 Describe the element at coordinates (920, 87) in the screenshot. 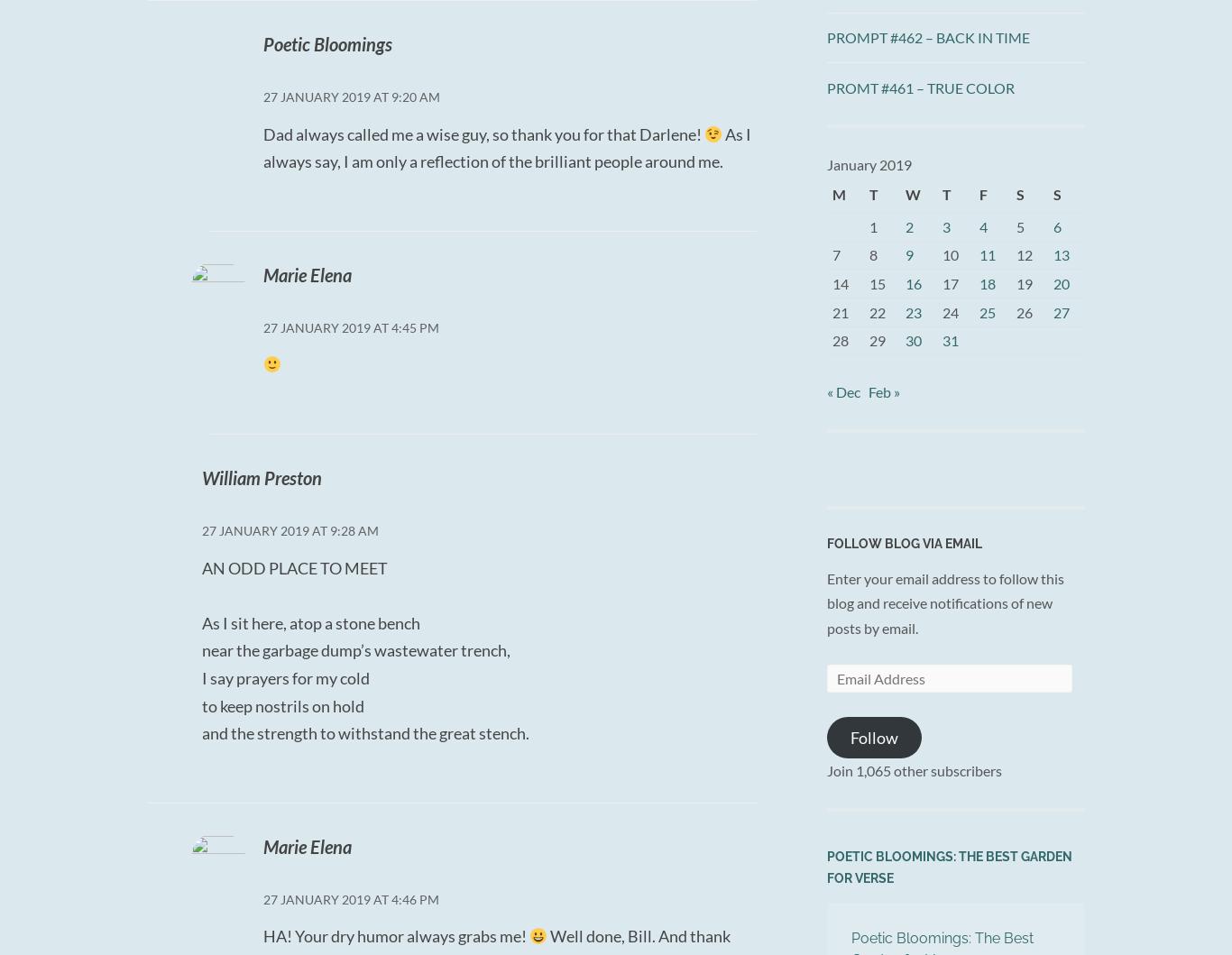

I see `'PROMT #461 – TRUE COLOR'` at that location.